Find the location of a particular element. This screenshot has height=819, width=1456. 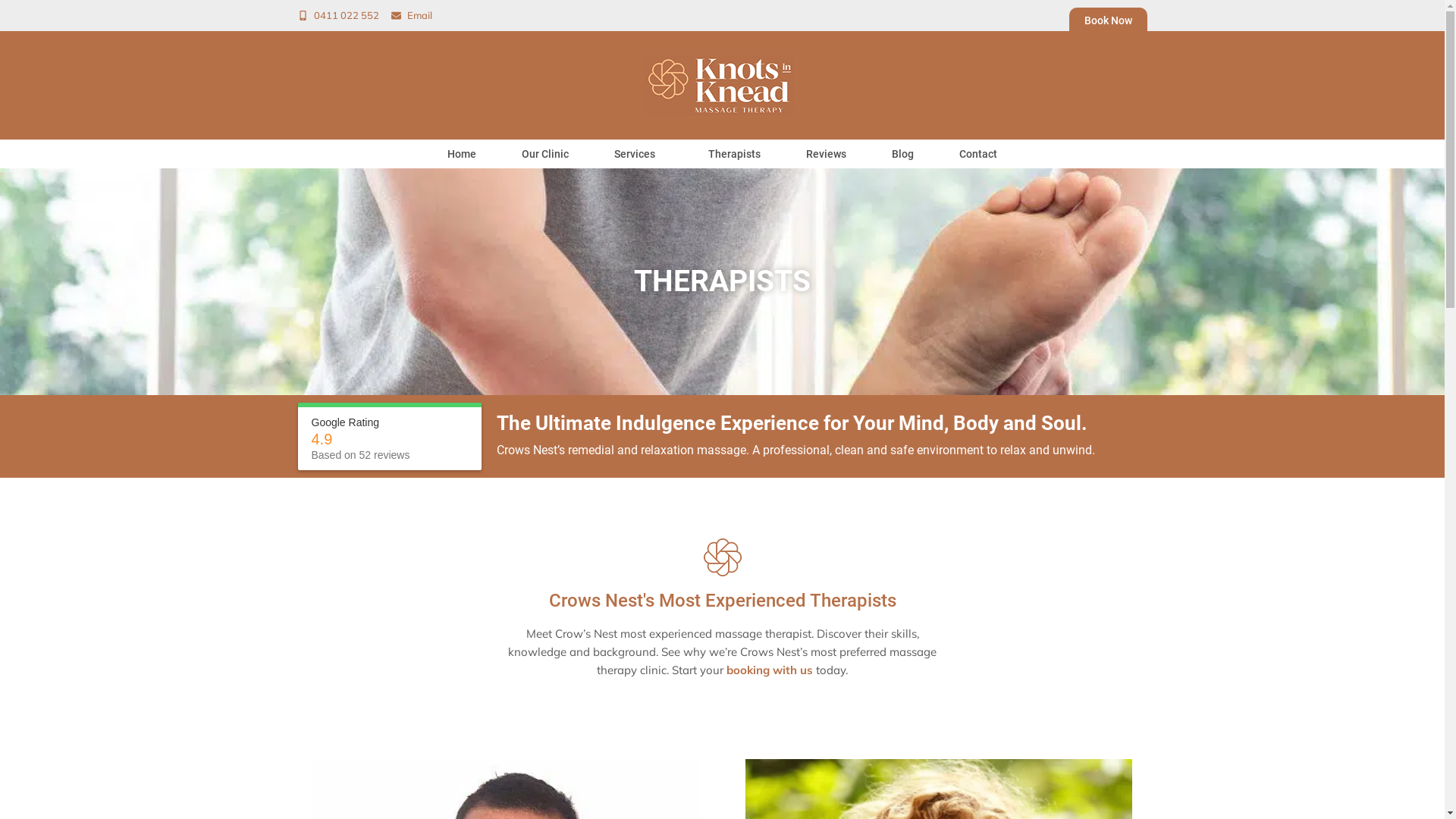

'0411 022 552' is located at coordinates (297, 15).